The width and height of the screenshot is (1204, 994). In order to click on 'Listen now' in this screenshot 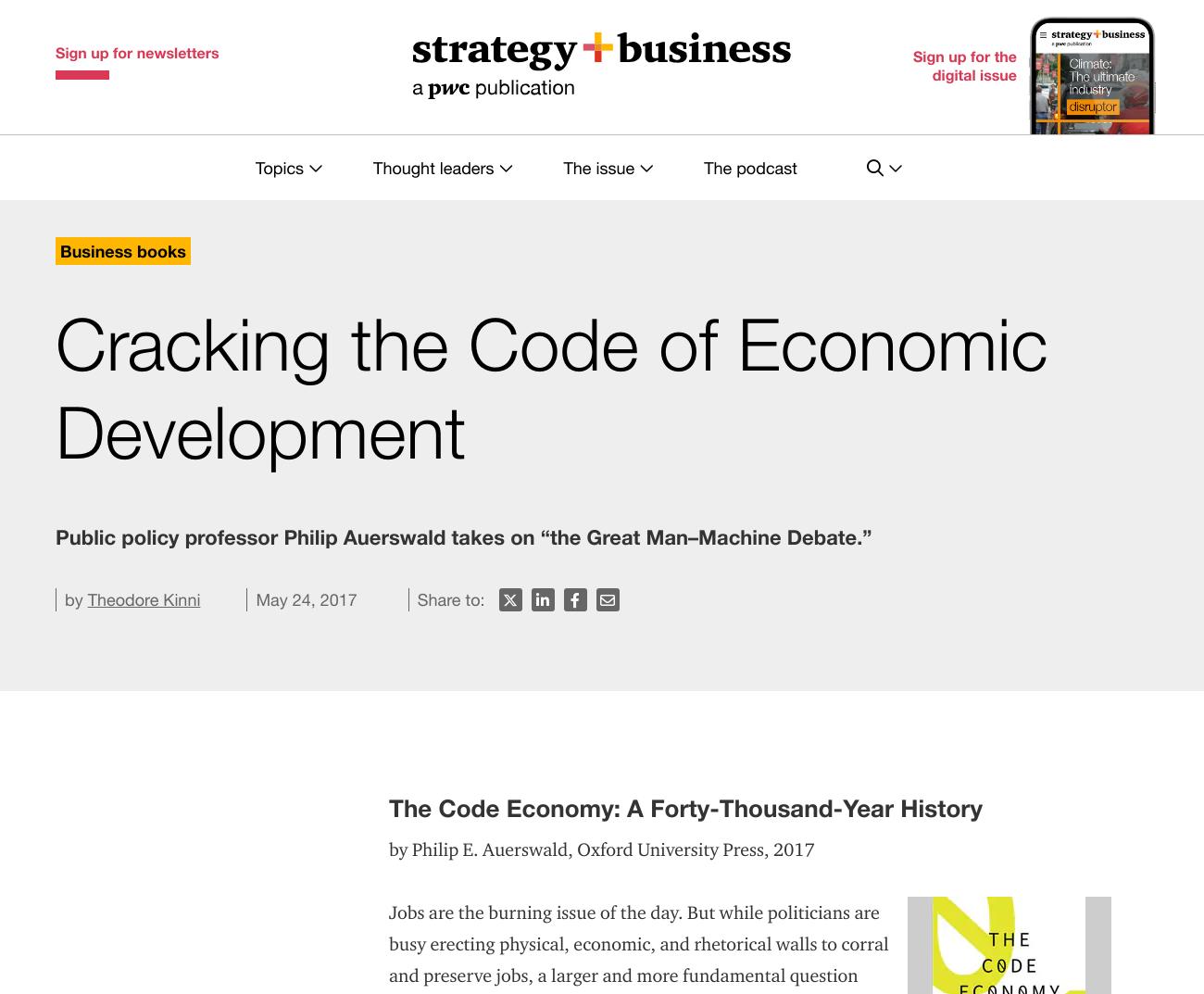, I will do `click(735, 461)`.